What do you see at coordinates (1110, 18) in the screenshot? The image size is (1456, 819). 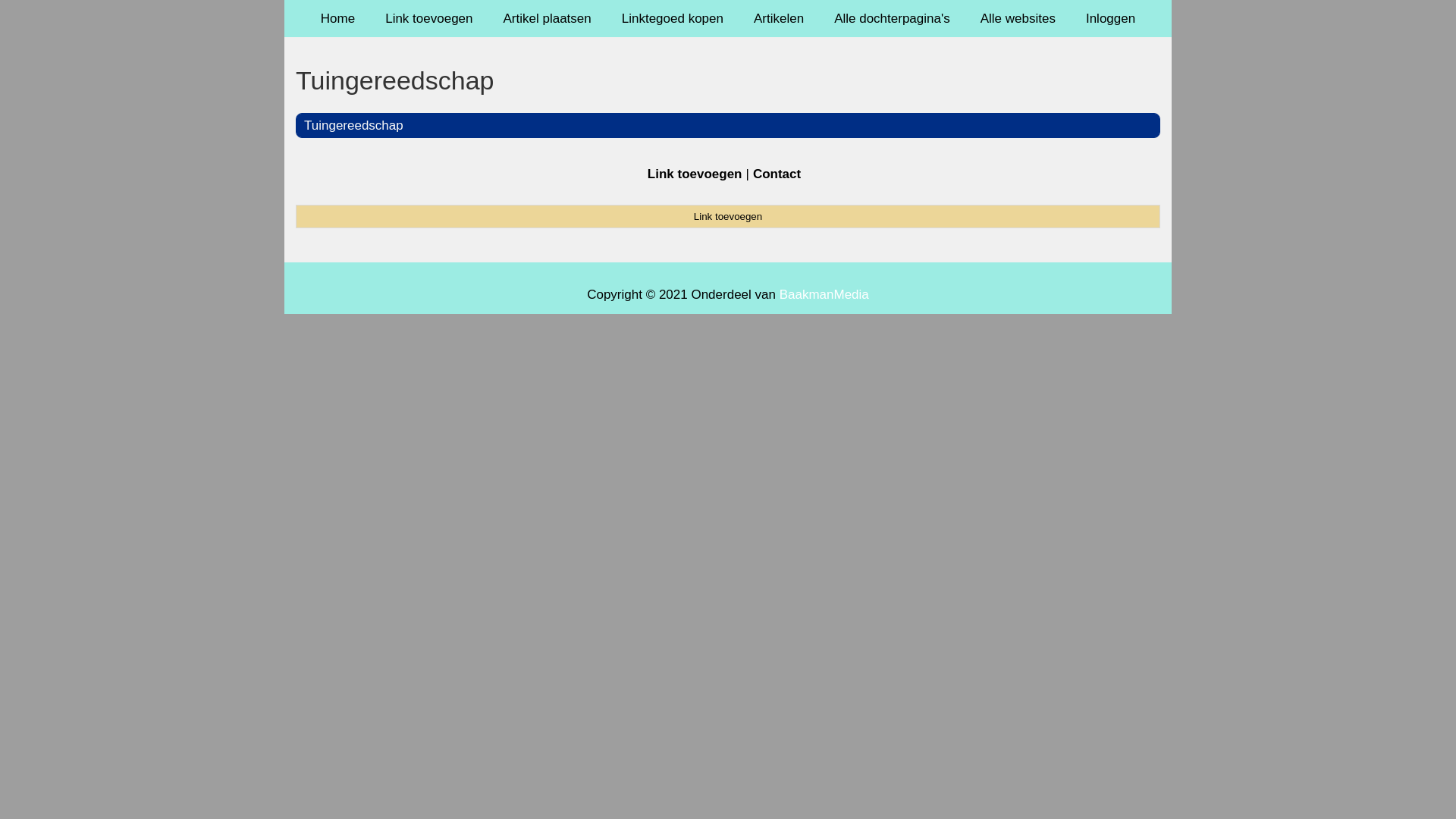 I see `'Inloggen'` at bounding box center [1110, 18].